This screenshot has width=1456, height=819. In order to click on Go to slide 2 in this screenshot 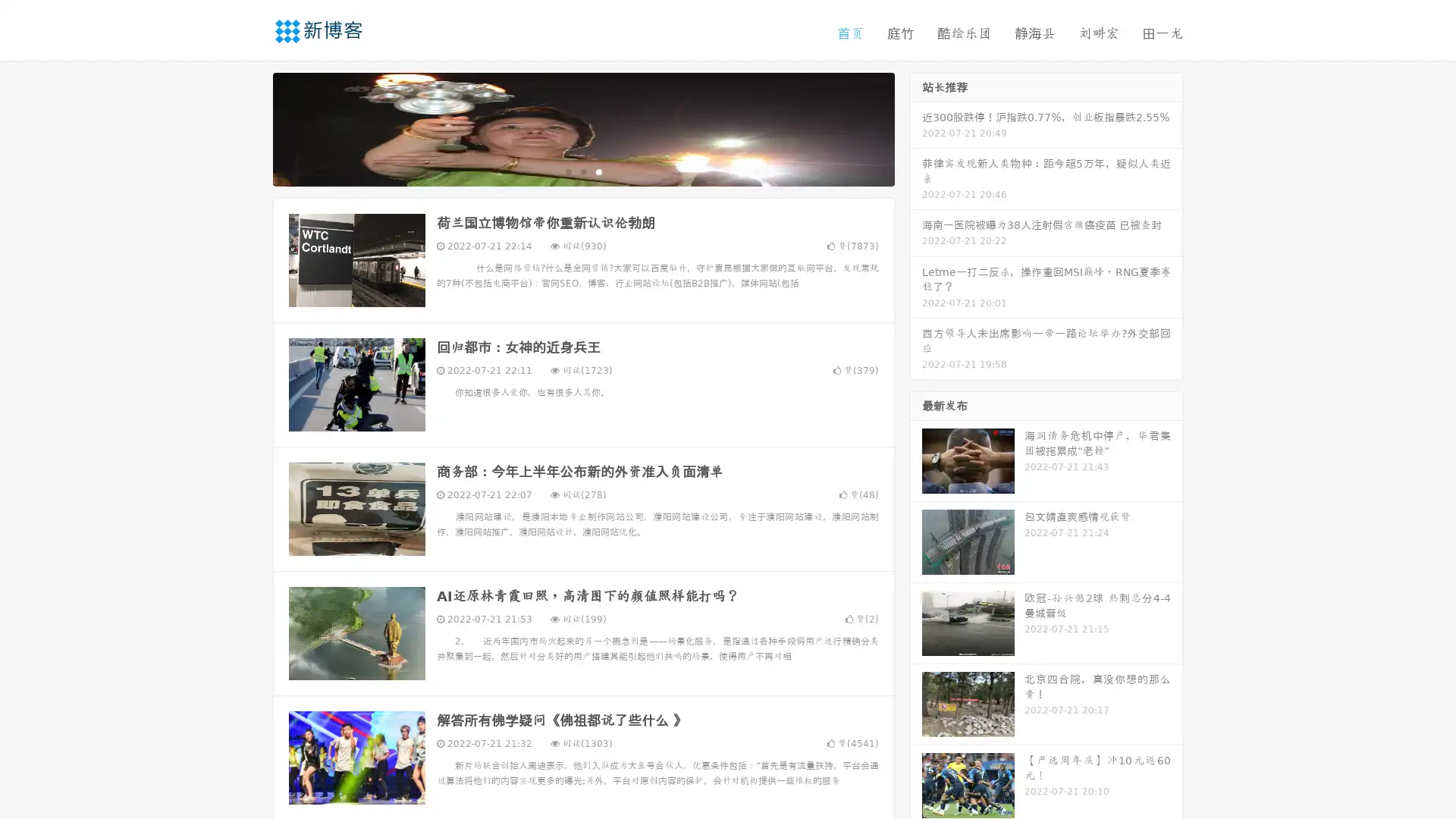, I will do `click(582, 171)`.